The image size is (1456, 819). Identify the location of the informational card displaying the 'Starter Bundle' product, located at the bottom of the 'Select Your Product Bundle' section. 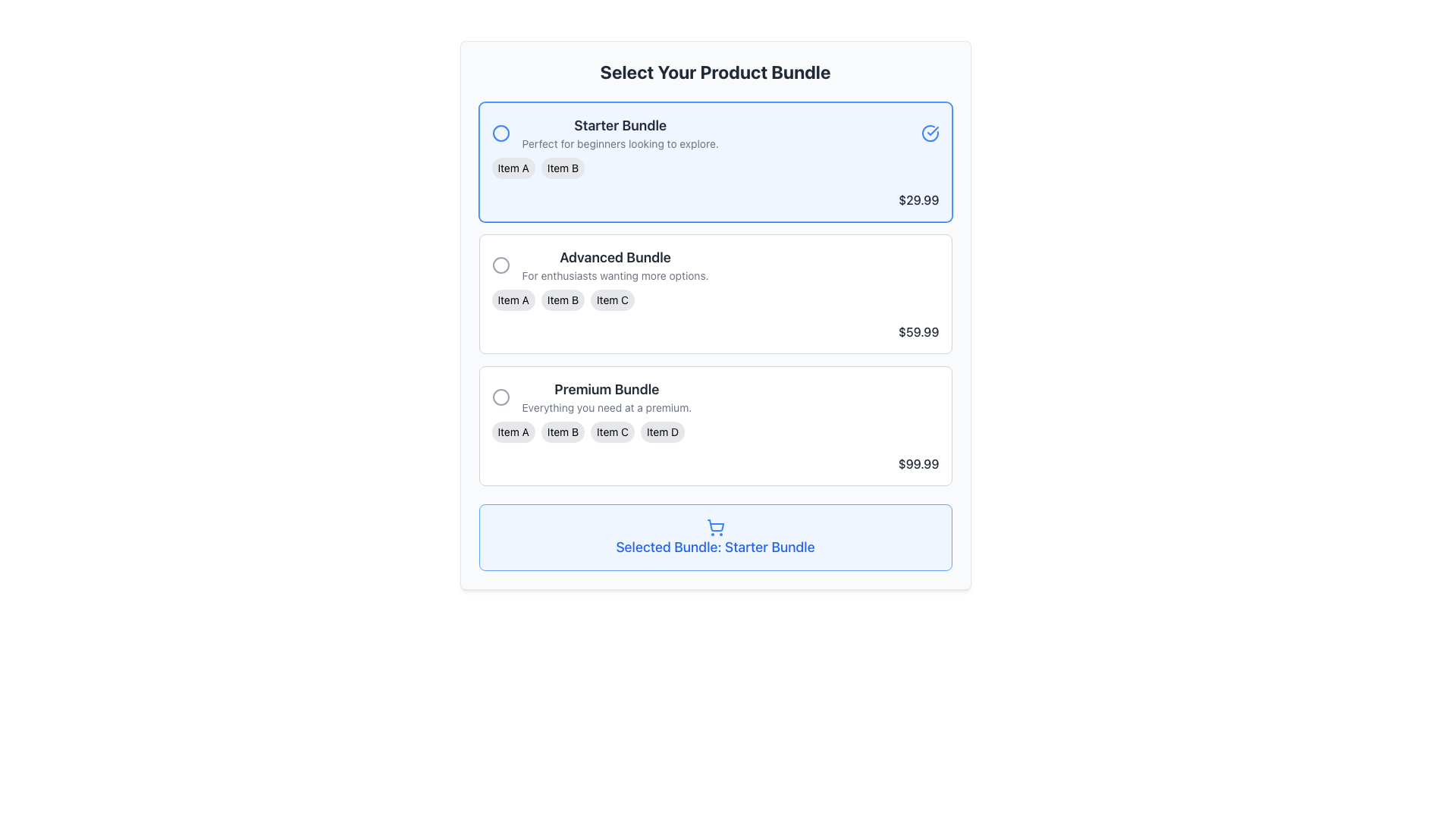
(714, 536).